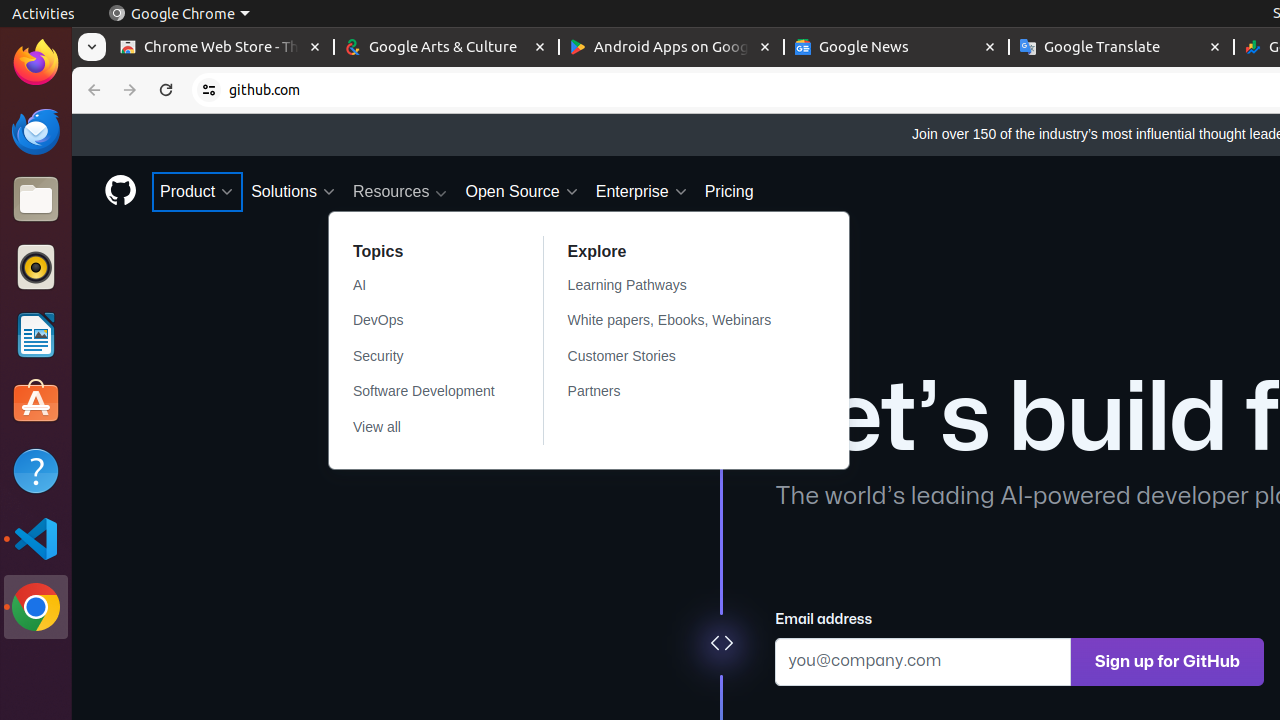 The width and height of the screenshot is (1280, 720). Describe the element at coordinates (35, 403) in the screenshot. I see `'Ubuntu Software'` at that location.